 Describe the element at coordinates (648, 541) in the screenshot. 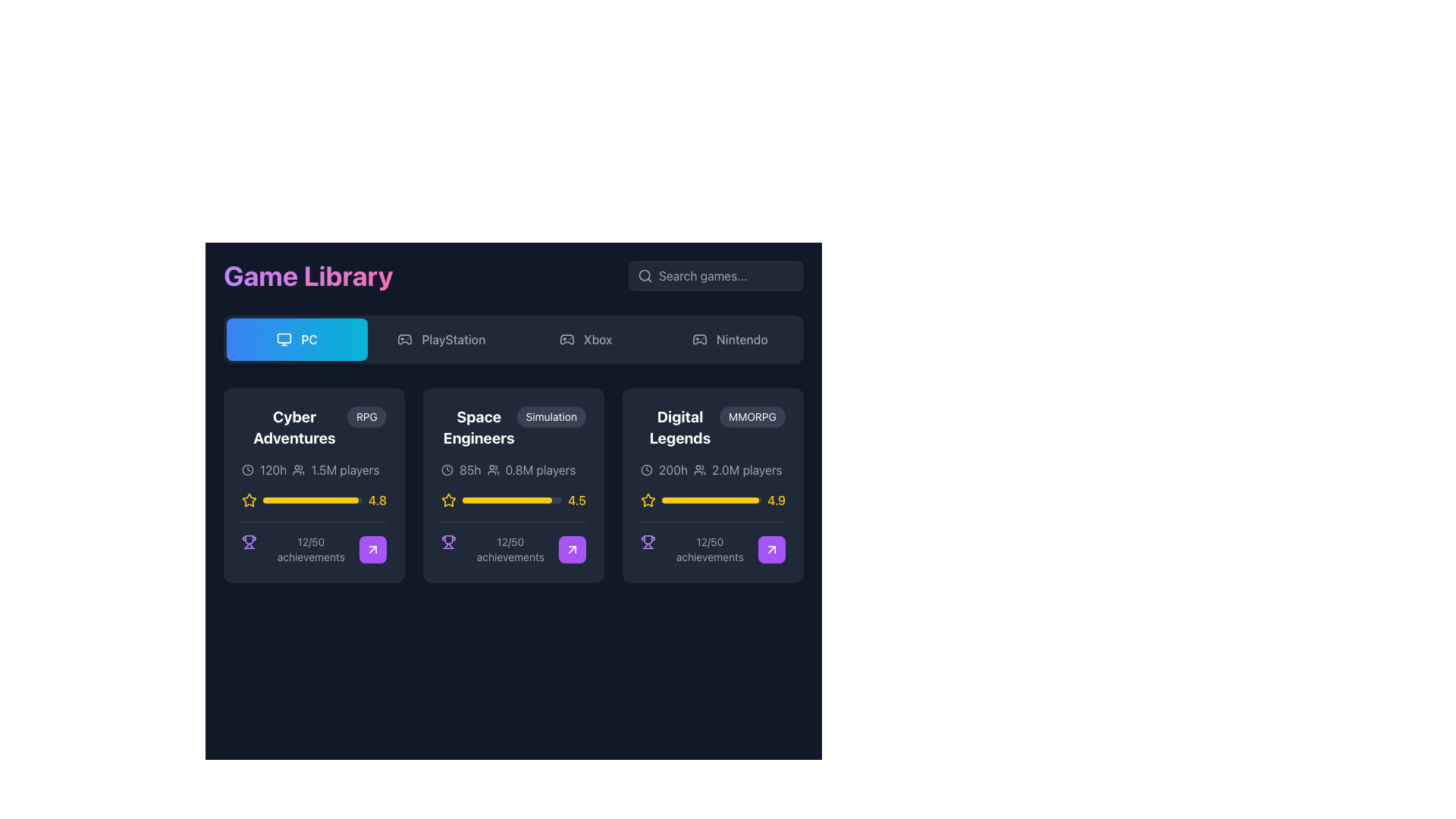

I see `the trophy-shaped icon styled in purple, located at the leftmost position within the group containing '12/50 achievements' text at the bottom left corner of the 'Digital Legends' card` at that location.